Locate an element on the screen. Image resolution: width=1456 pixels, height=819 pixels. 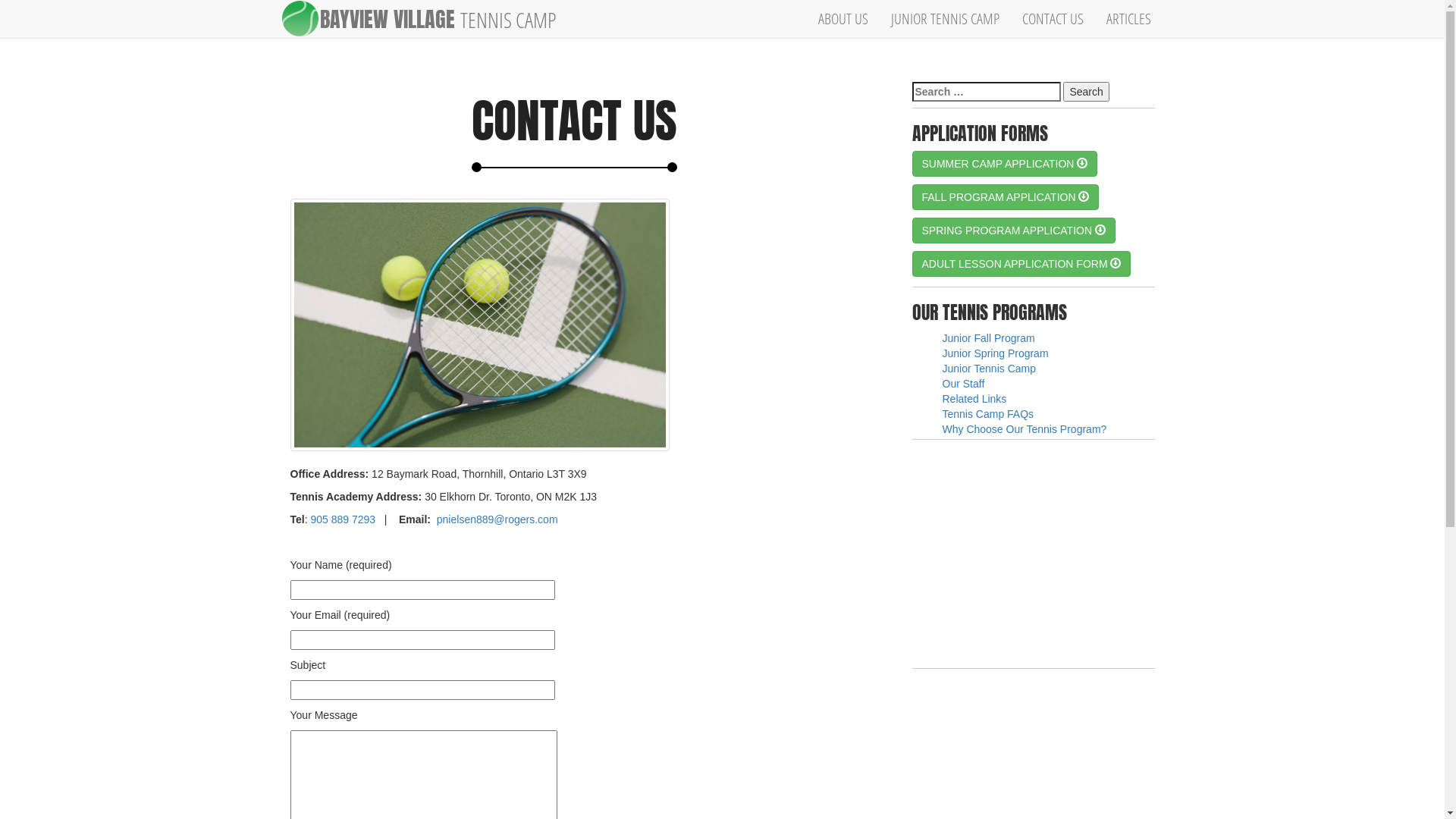
'ARTICLES' is located at coordinates (1128, 18).